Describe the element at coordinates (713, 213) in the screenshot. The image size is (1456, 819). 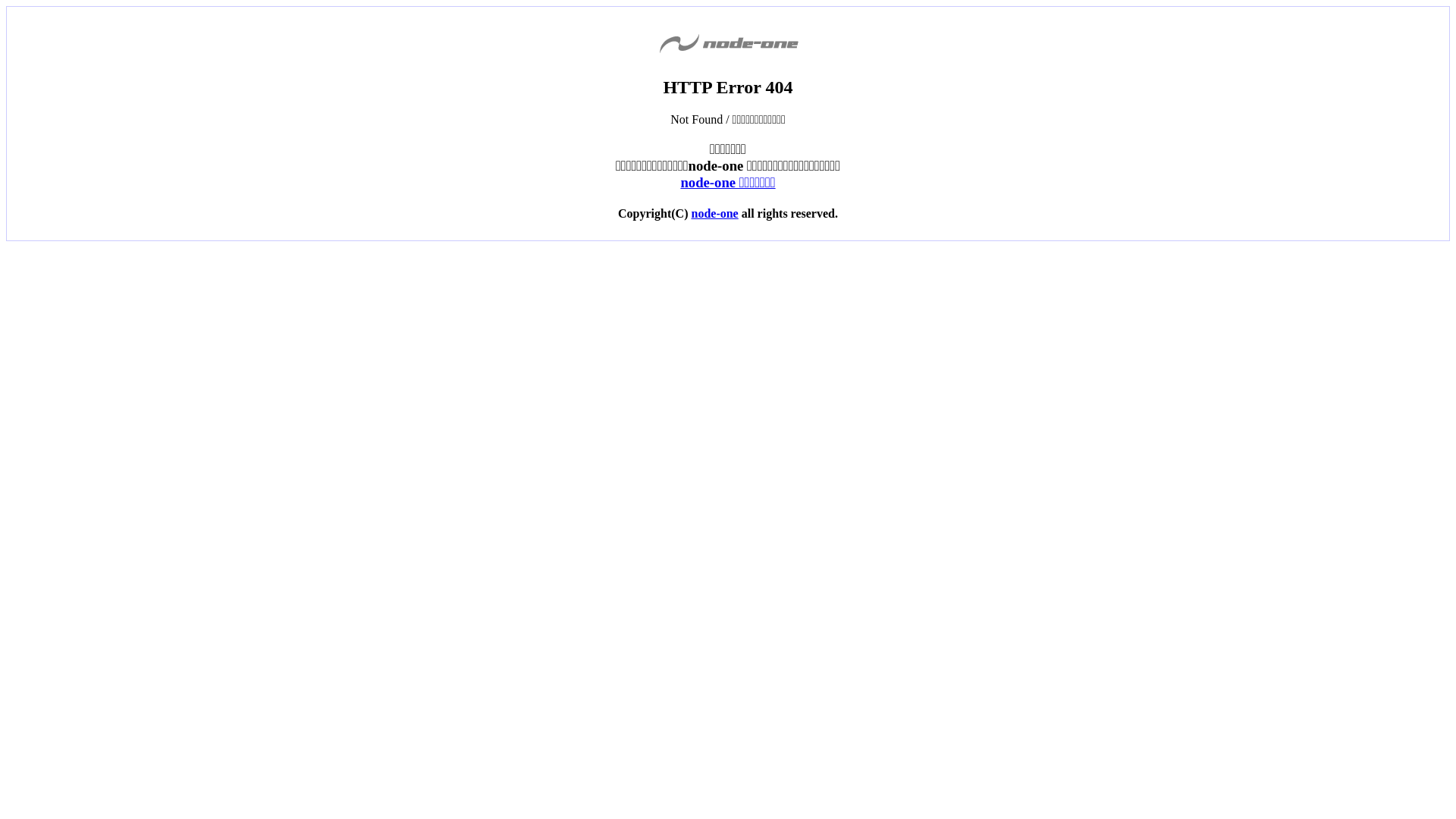
I see `'node-one'` at that location.